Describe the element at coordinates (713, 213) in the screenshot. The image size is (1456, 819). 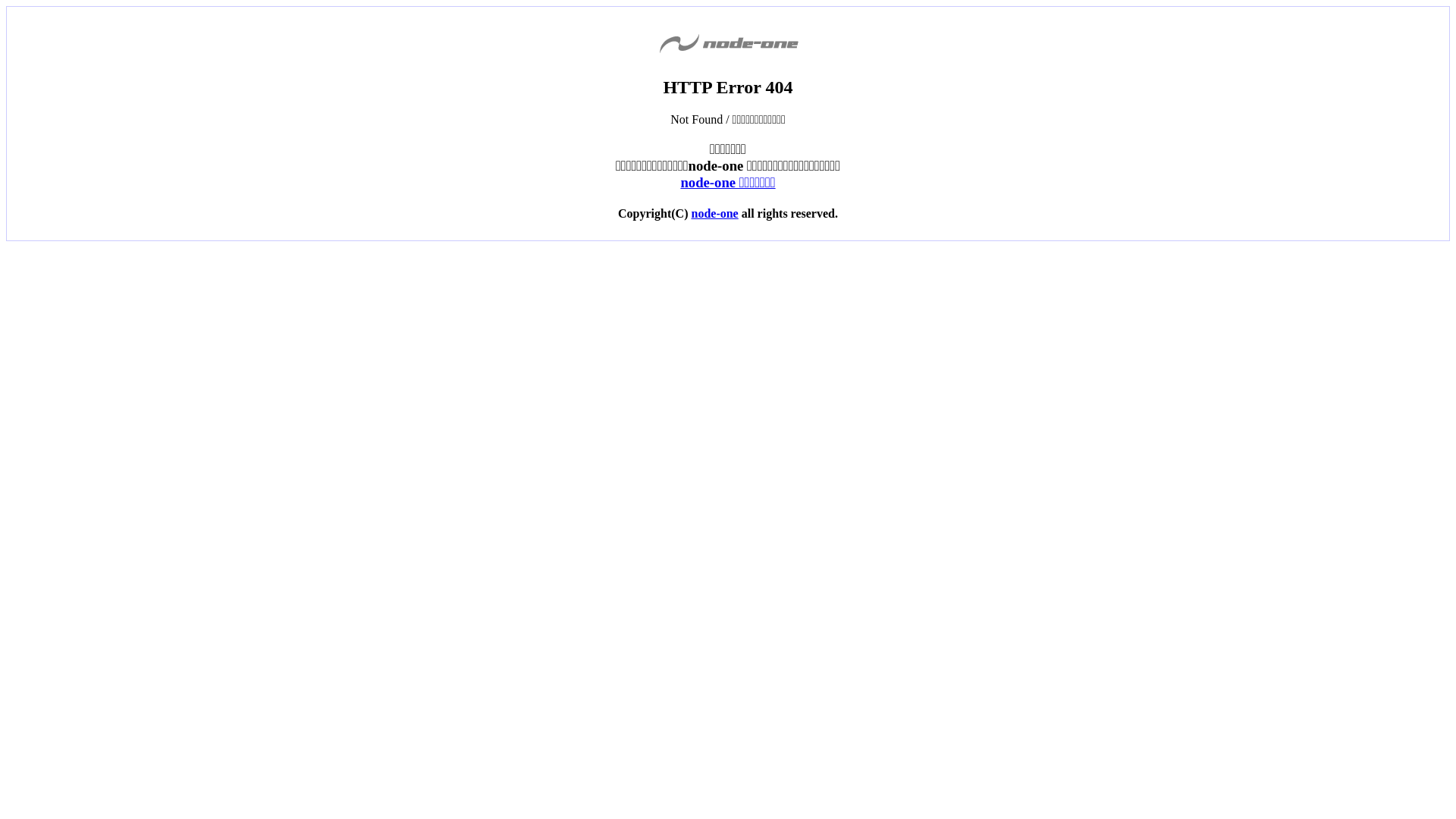
I see `'node-one'` at that location.